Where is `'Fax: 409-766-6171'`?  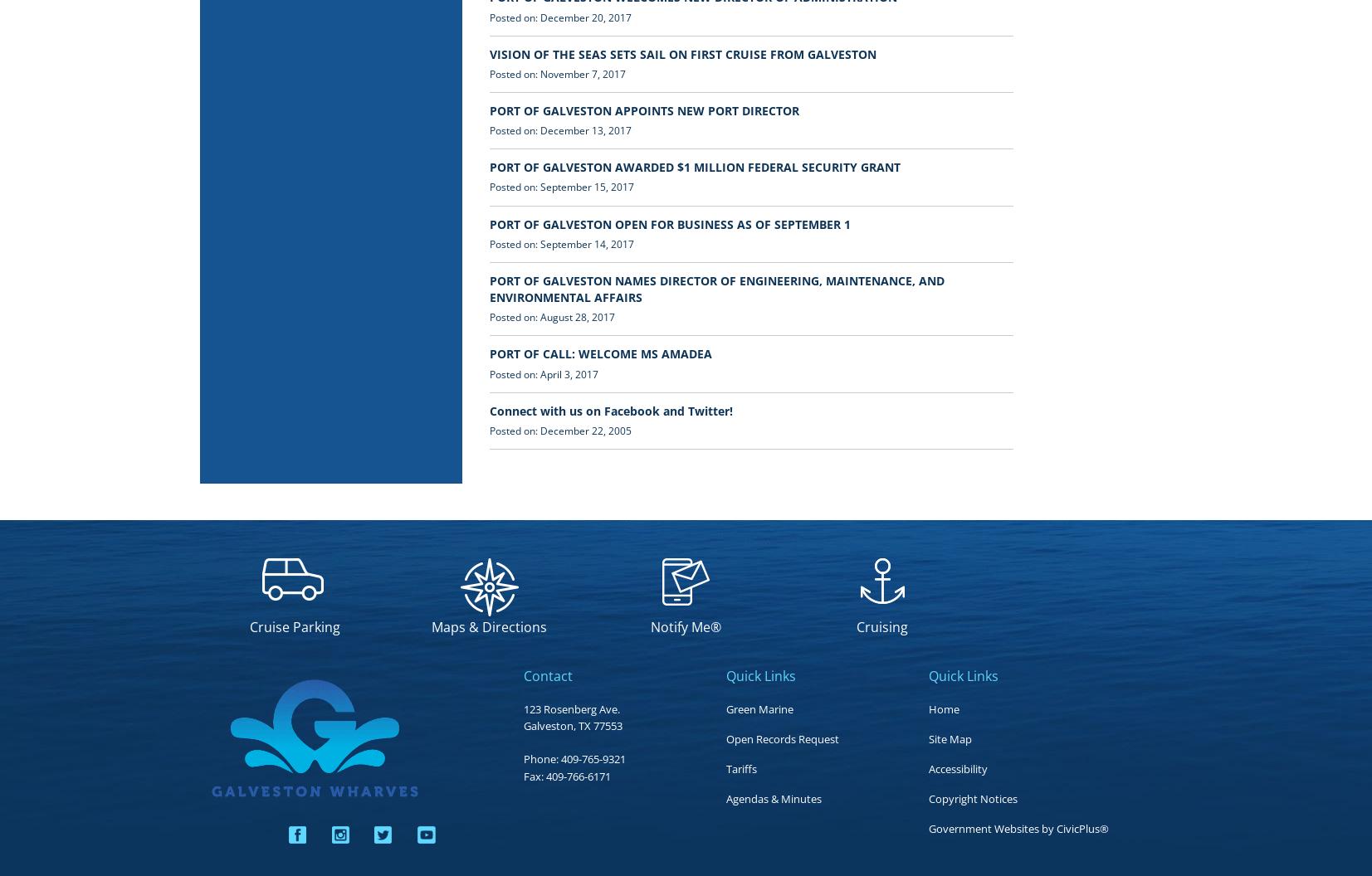 'Fax: 409-766-6171' is located at coordinates (522, 775).